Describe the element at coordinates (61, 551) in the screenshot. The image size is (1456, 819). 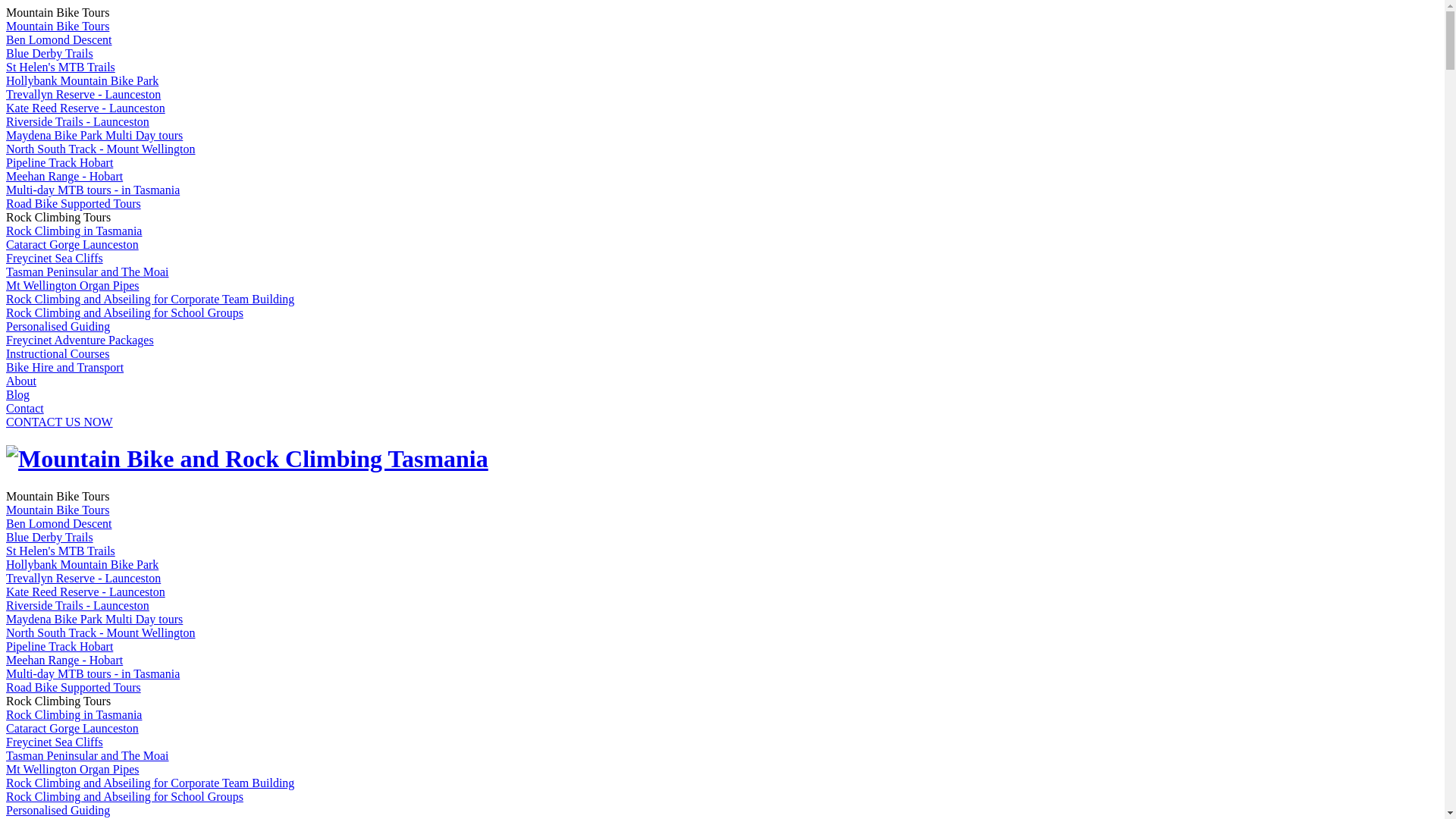
I see `'St Helen's MTB Trails'` at that location.